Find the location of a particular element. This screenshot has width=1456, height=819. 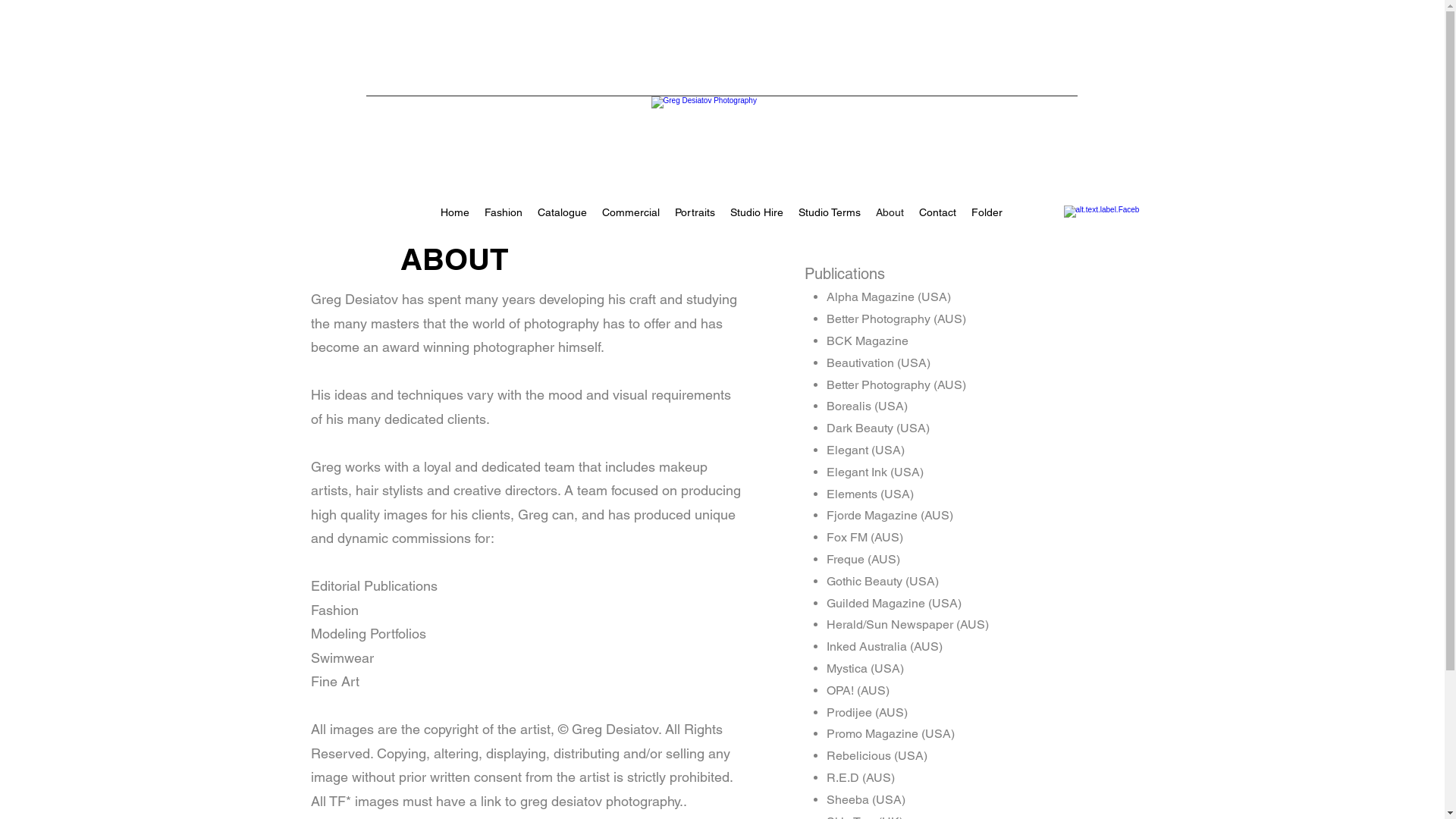

'About' is located at coordinates (890, 212).